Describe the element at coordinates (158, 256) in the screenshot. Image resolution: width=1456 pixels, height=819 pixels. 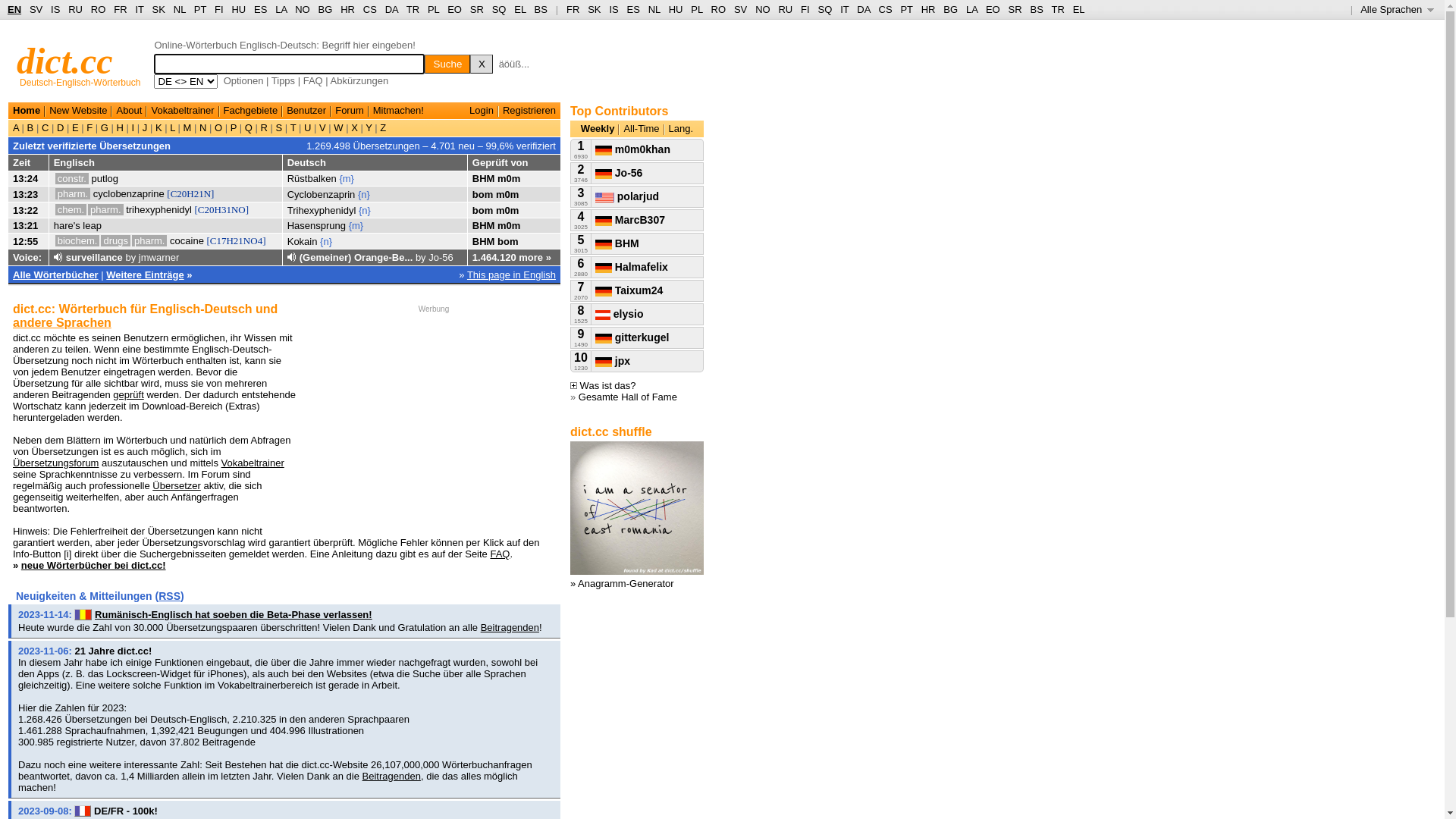
I see `'jmwarner'` at that location.